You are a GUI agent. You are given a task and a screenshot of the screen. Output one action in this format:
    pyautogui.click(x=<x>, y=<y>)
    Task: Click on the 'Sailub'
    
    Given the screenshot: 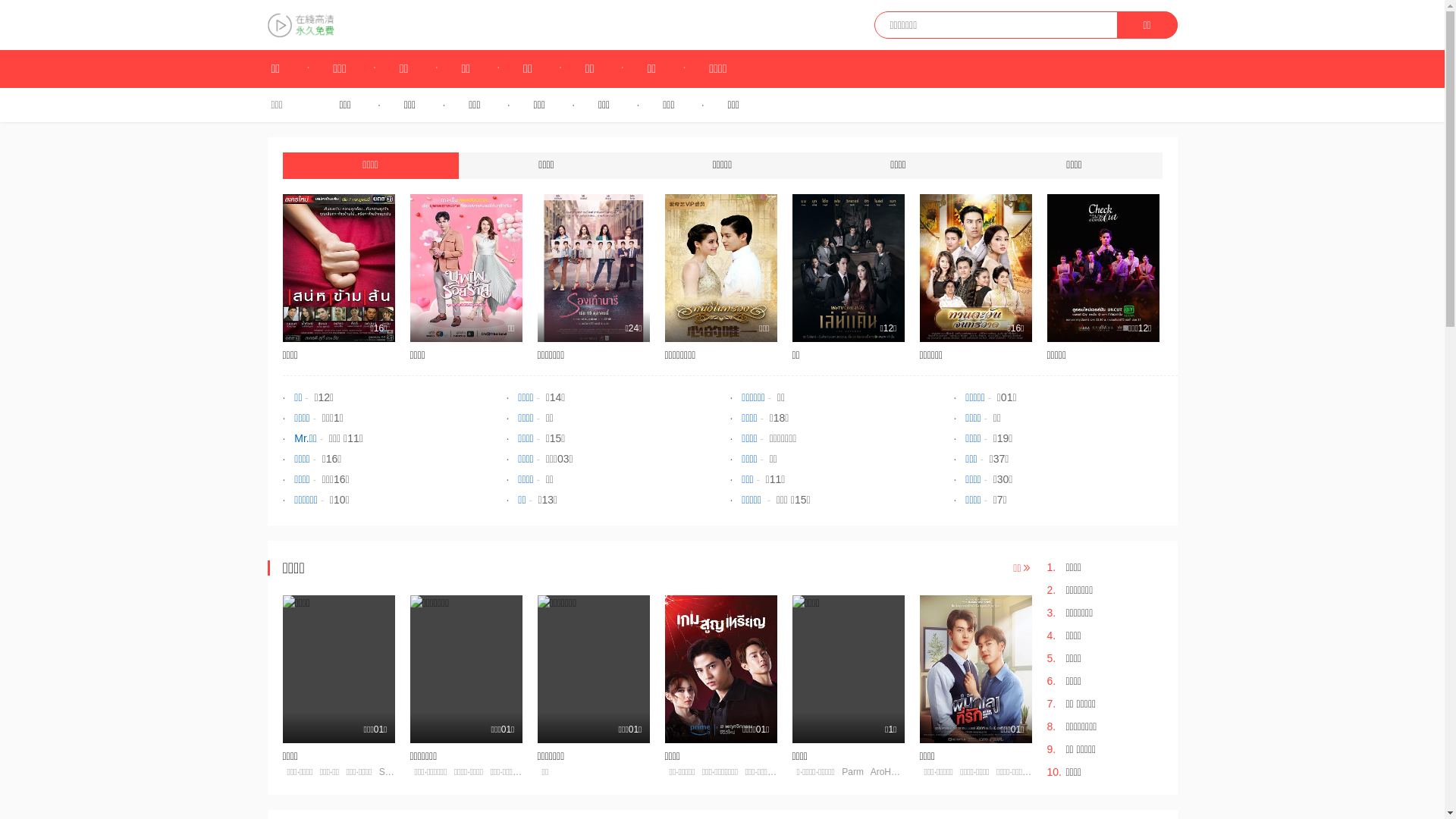 What is the action you would take?
    pyautogui.click(x=391, y=772)
    